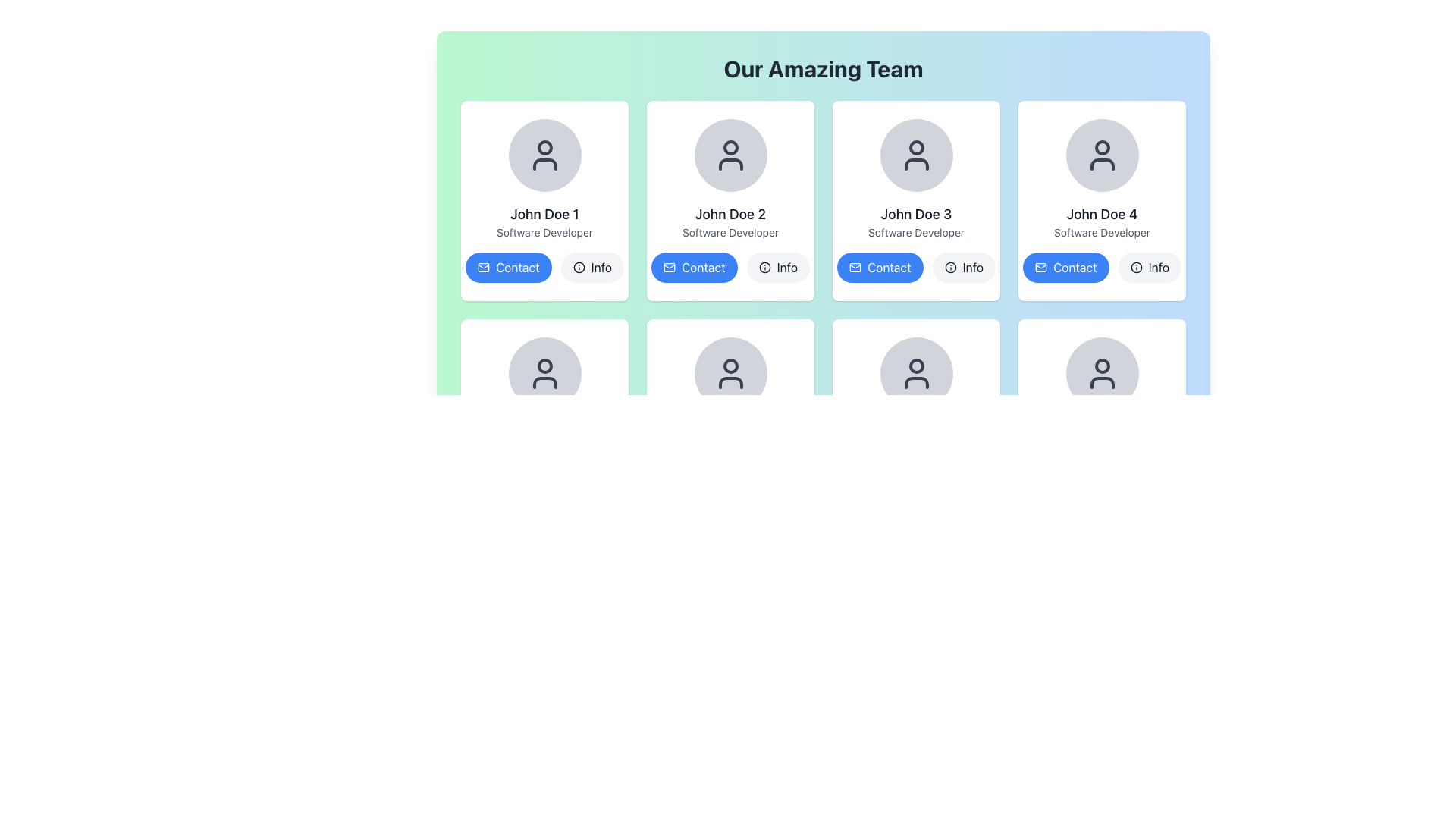 This screenshot has height=819, width=1456. Describe the element at coordinates (915, 366) in the screenshot. I see `the SVG circle element representing the user's head within the user icon located in the bottom row, second from the right of the layout grid` at that location.